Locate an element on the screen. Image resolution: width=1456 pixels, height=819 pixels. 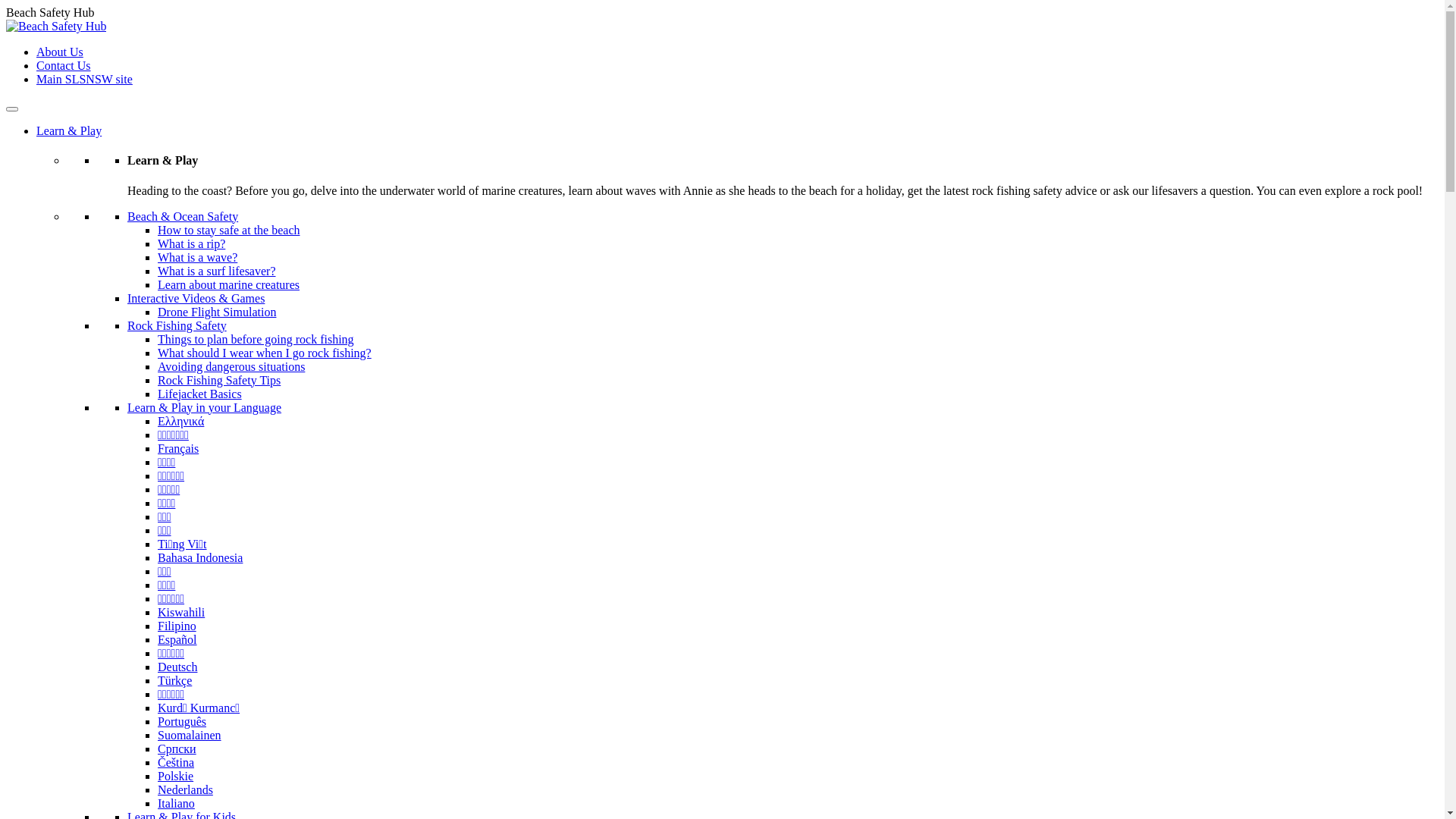
'Things to plan before going rock fishing' is located at coordinates (256, 338).